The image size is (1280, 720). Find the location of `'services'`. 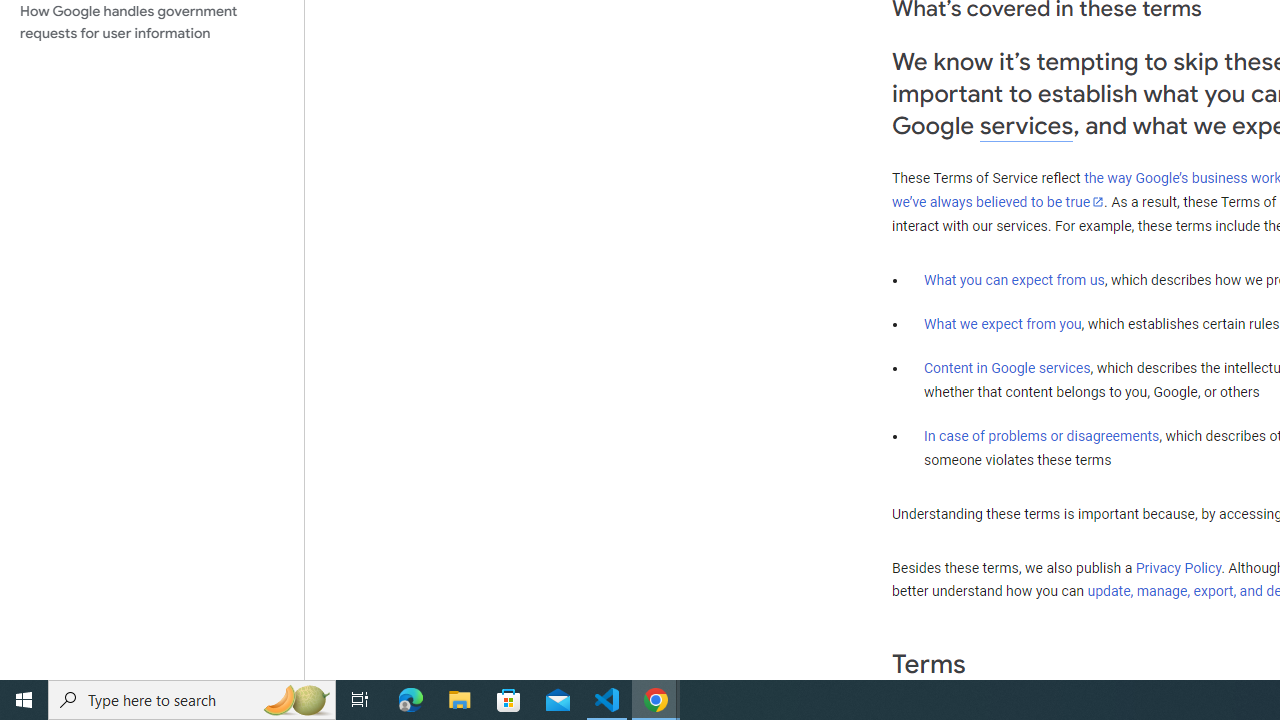

'services' is located at coordinates (1026, 125).